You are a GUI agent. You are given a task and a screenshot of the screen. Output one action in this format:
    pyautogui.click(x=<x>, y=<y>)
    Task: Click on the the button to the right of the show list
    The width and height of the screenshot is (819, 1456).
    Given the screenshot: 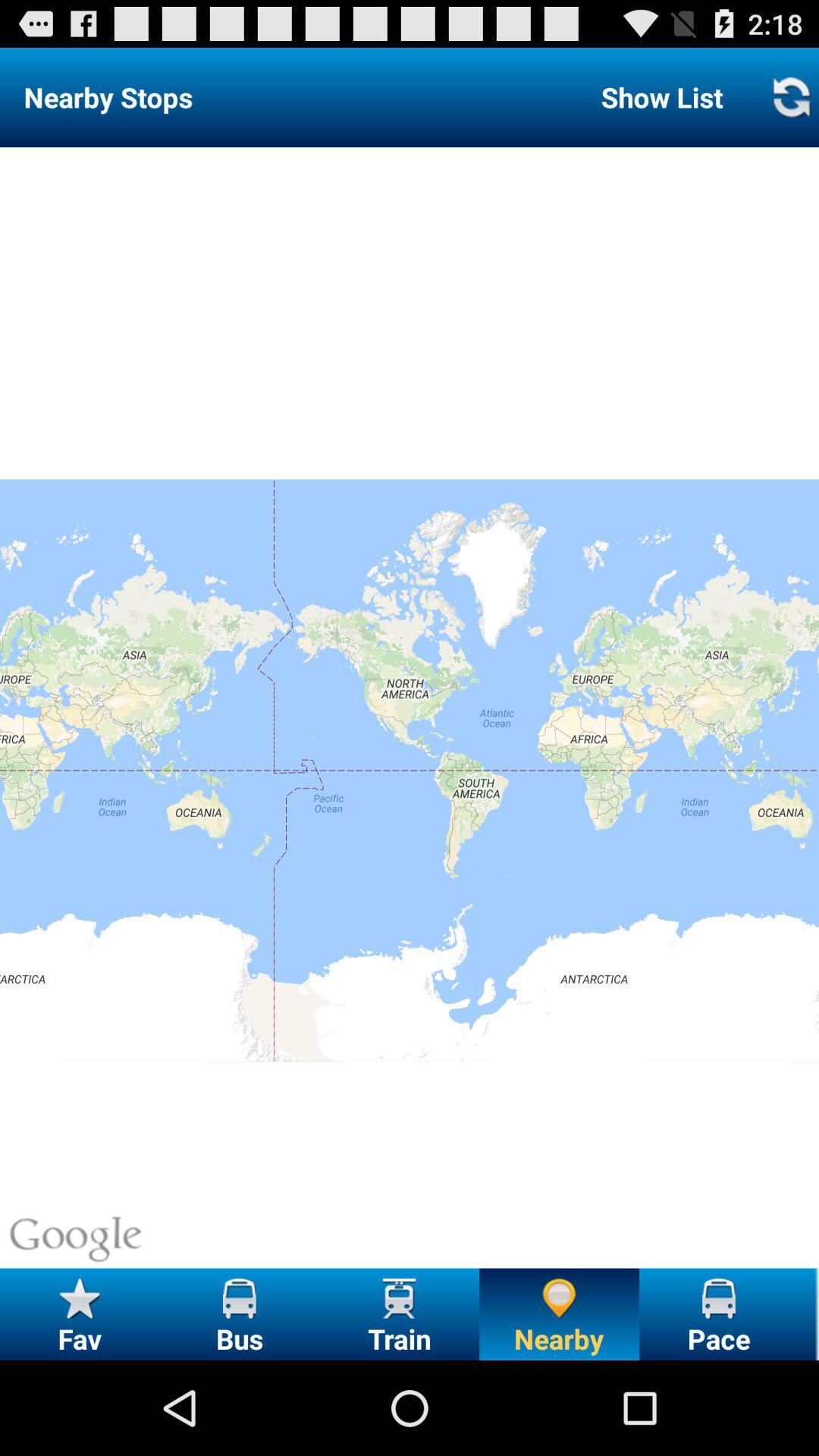 What is the action you would take?
    pyautogui.click(x=790, y=96)
    